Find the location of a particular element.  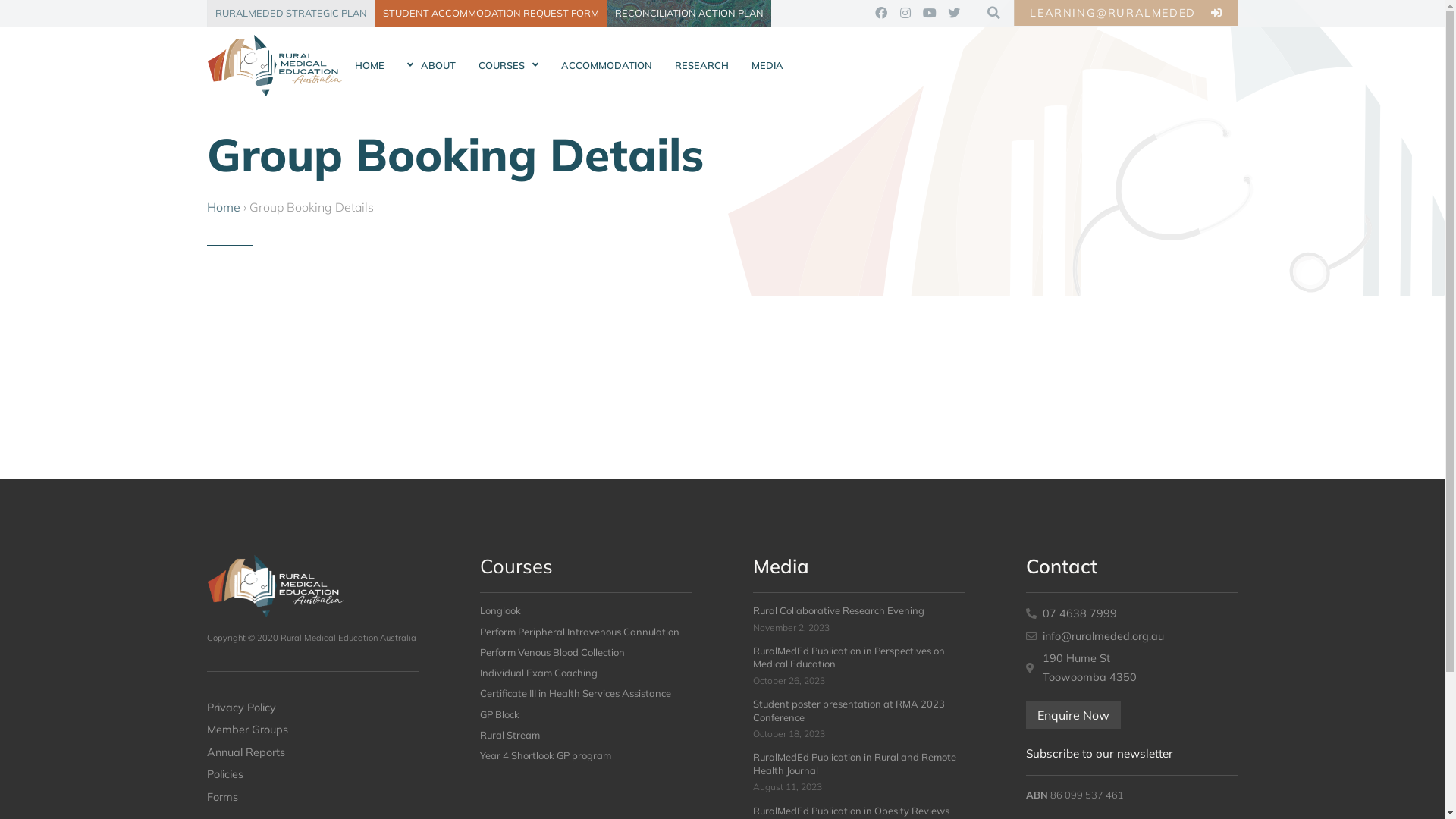

'RuralMedEd Publication in Obesity Reviews' is located at coordinates (850, 809).